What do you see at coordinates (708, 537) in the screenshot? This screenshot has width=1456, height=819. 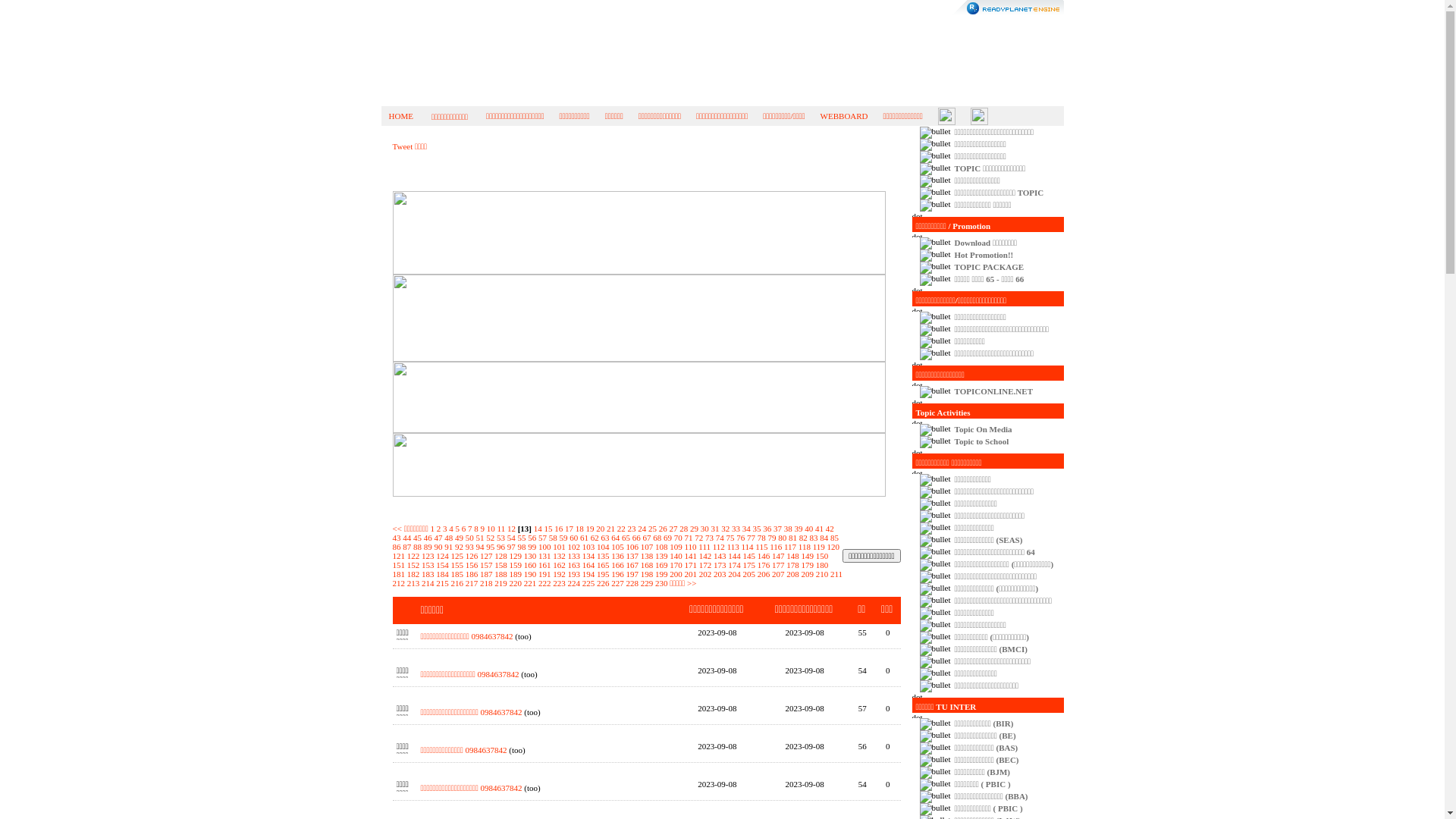 I see `'73'` at bounding box center [708, 537].